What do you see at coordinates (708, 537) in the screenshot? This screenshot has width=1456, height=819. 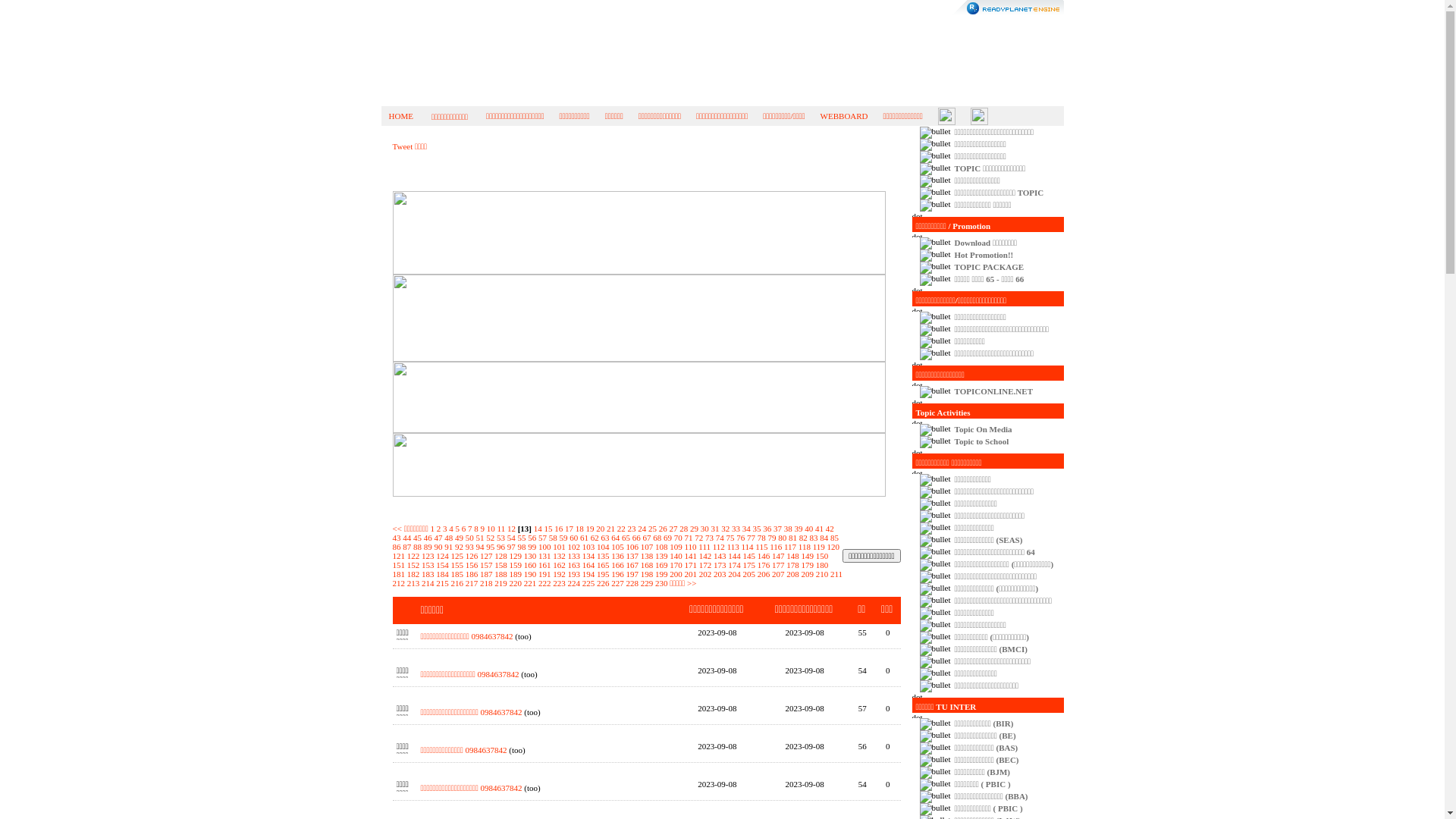 I see `'73'` at bounding box center [708, 537].